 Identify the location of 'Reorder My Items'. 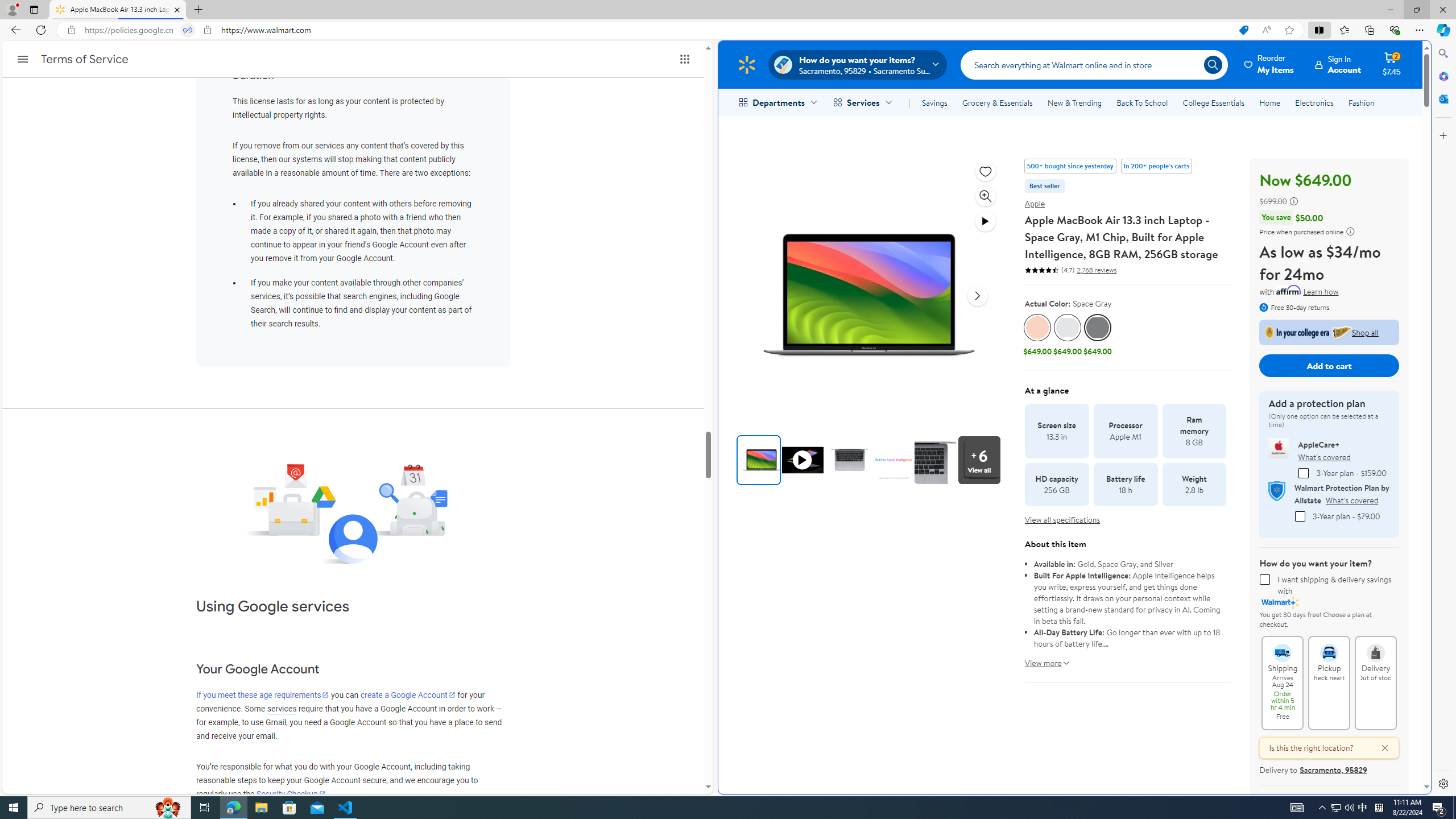
(1269, 64).